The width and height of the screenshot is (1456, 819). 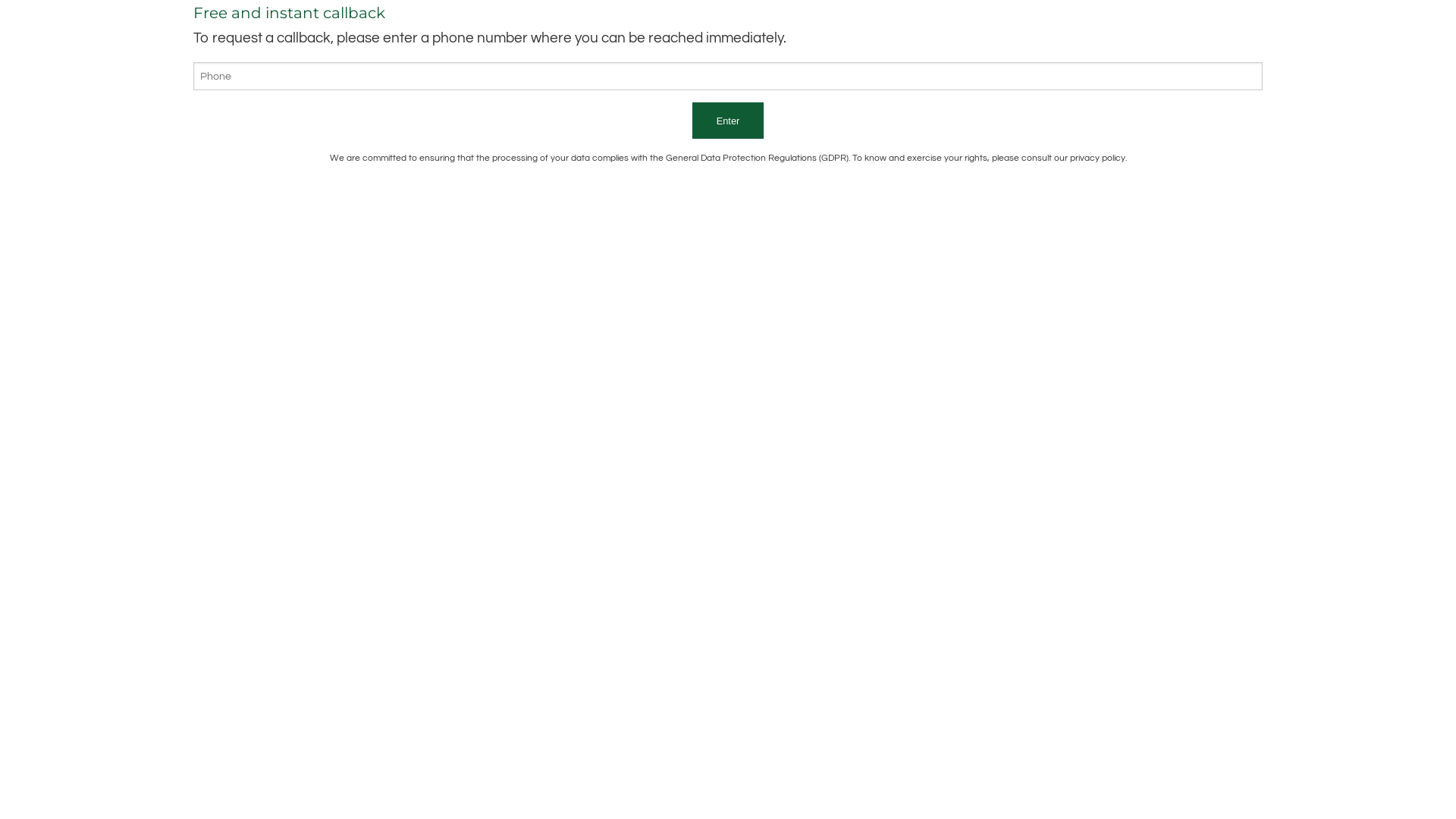 I want to click on 'Enter', so click(x=728, y=119).